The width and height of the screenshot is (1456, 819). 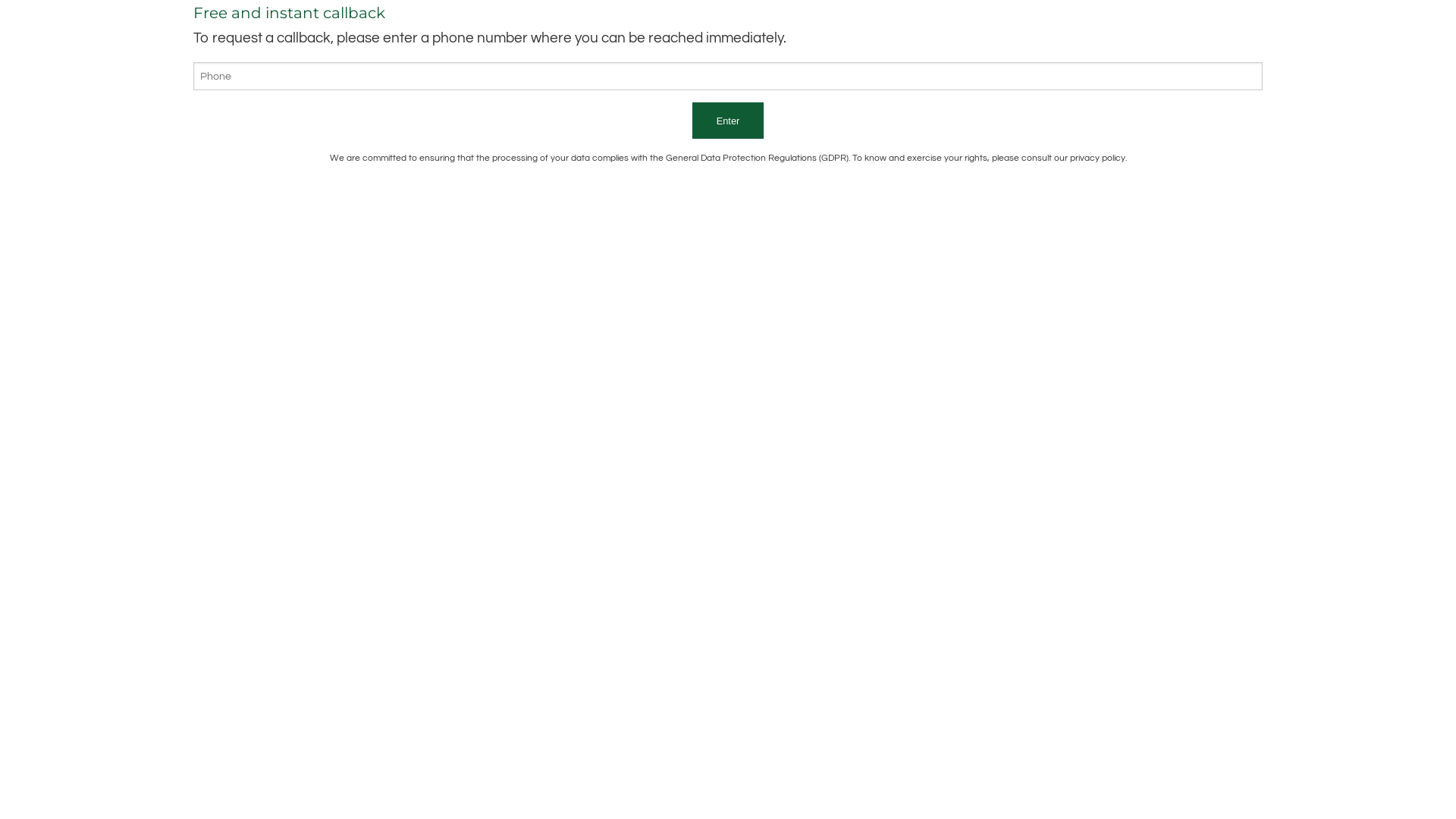 I want to click on 'Enter', so click(x=728, y=119).